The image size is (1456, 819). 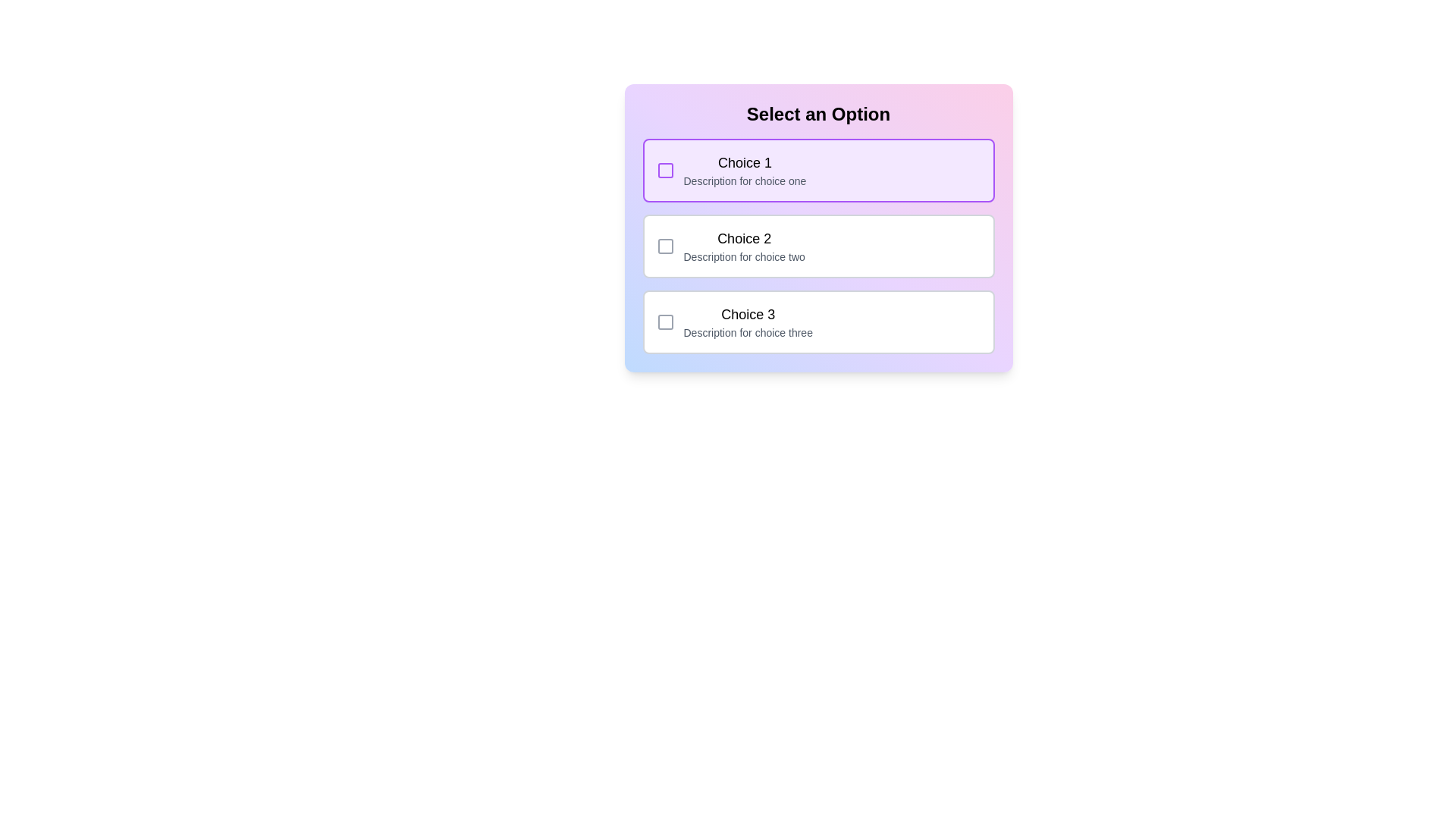 I want to click on the unselected checkbox located to the left of the text 'Choice 2', so click(x=665, y=245).